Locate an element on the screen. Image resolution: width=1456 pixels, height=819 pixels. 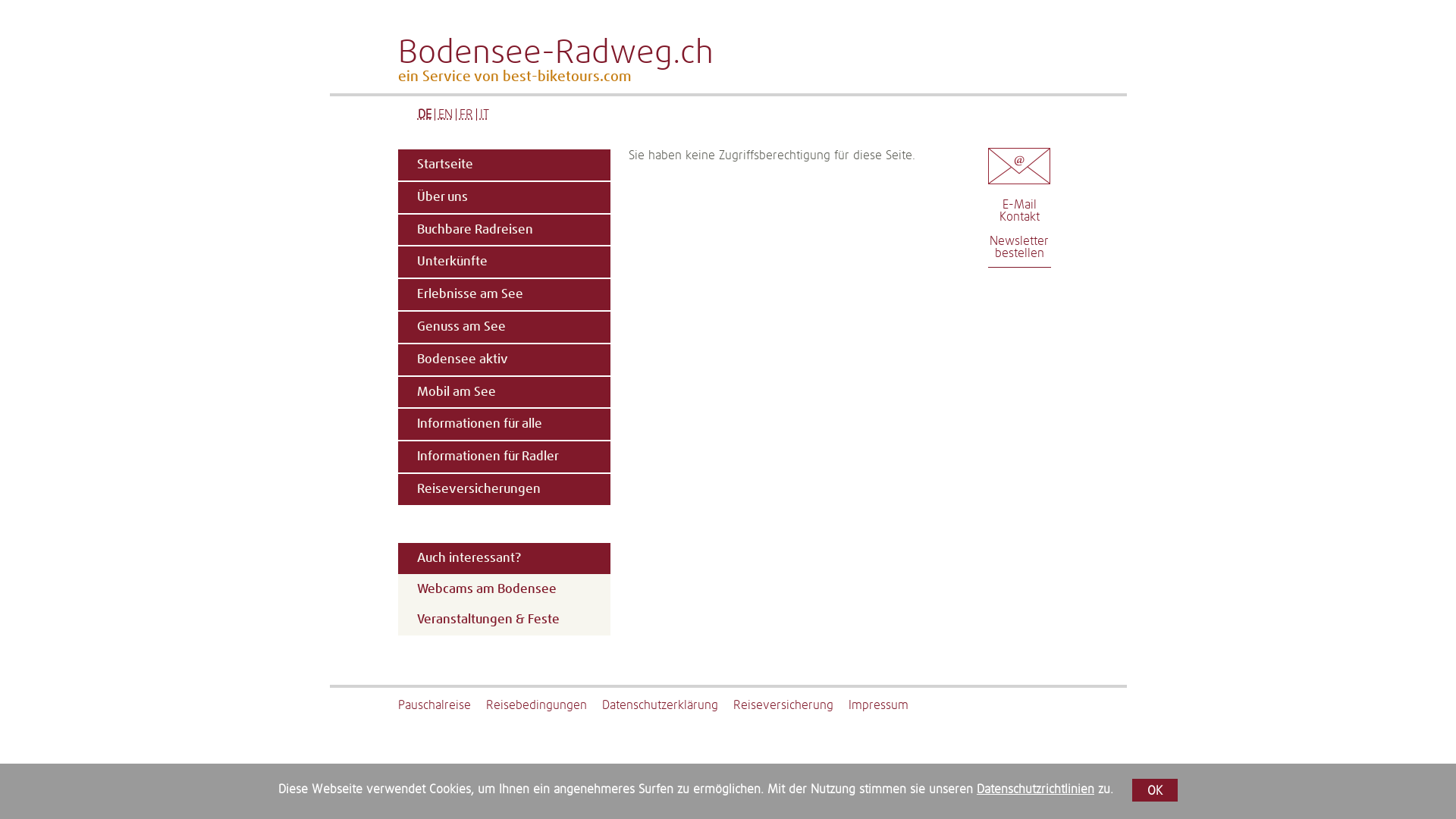
'Datenschutzrichtlinien' is located at coordinates (1034, 789).